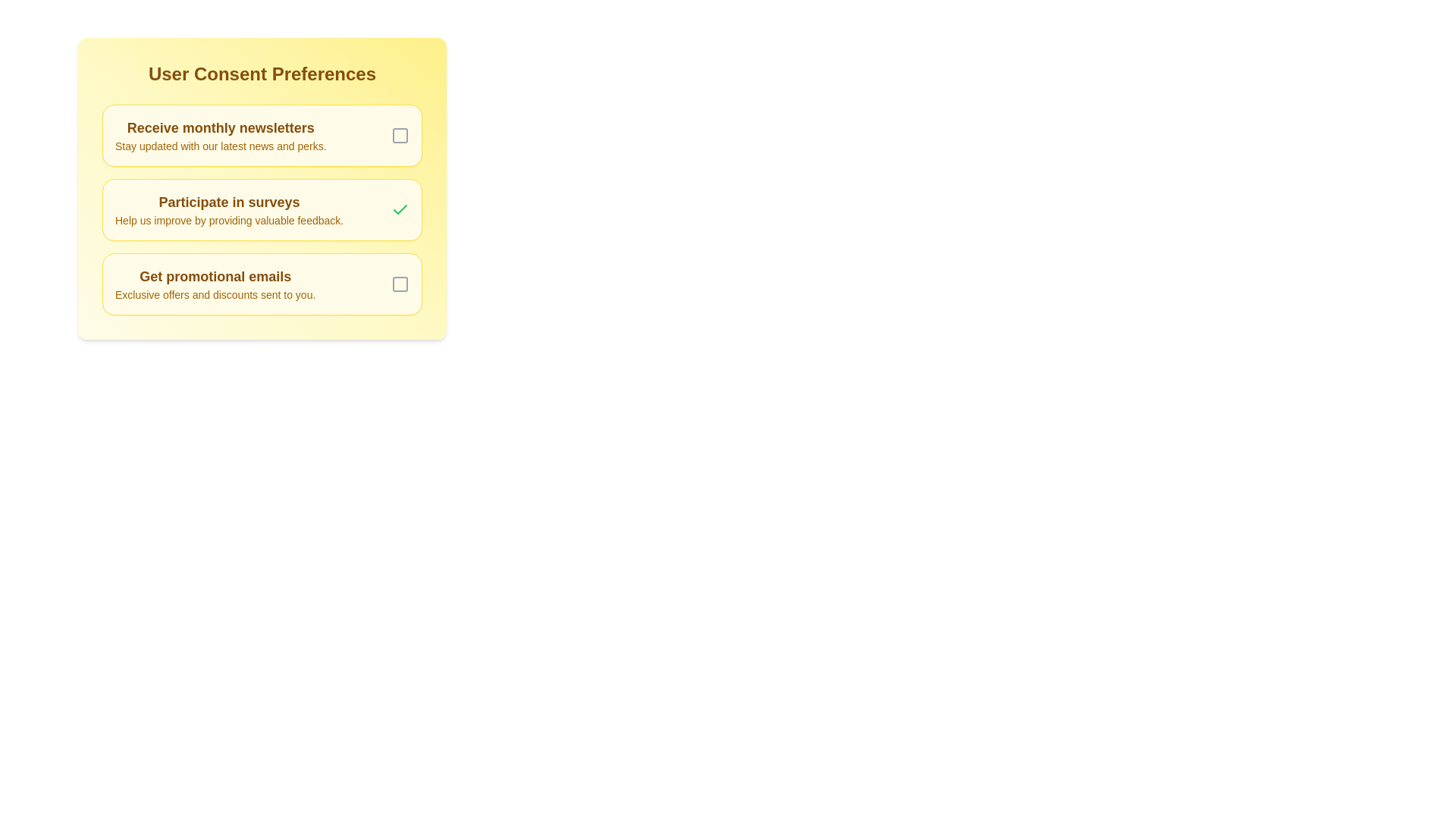  Describe the element at coordinates (220, 146) in the screenshot. I see `the Text Description that explains the benefits of subscribing to the 'Receive monthly newsletters' section, which is located directly below its heading` at that location.